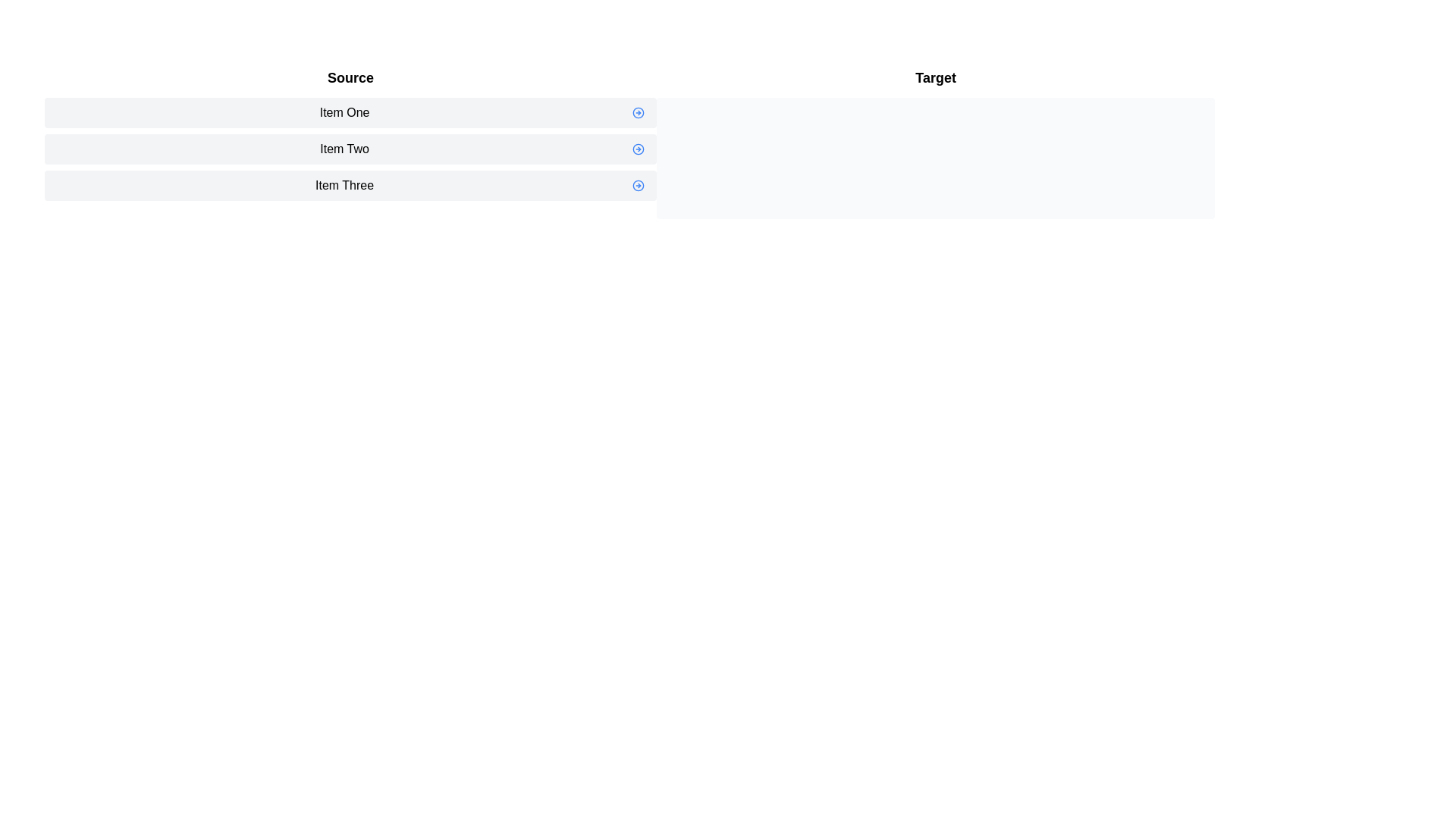 The height and width of the screenshot is (819, 1456). Describe the element at coordinates (350, 149) in the screenshot. I see `the second list item titled 'Item Two' which has a light gray background and a circular icon on the right` at that location.